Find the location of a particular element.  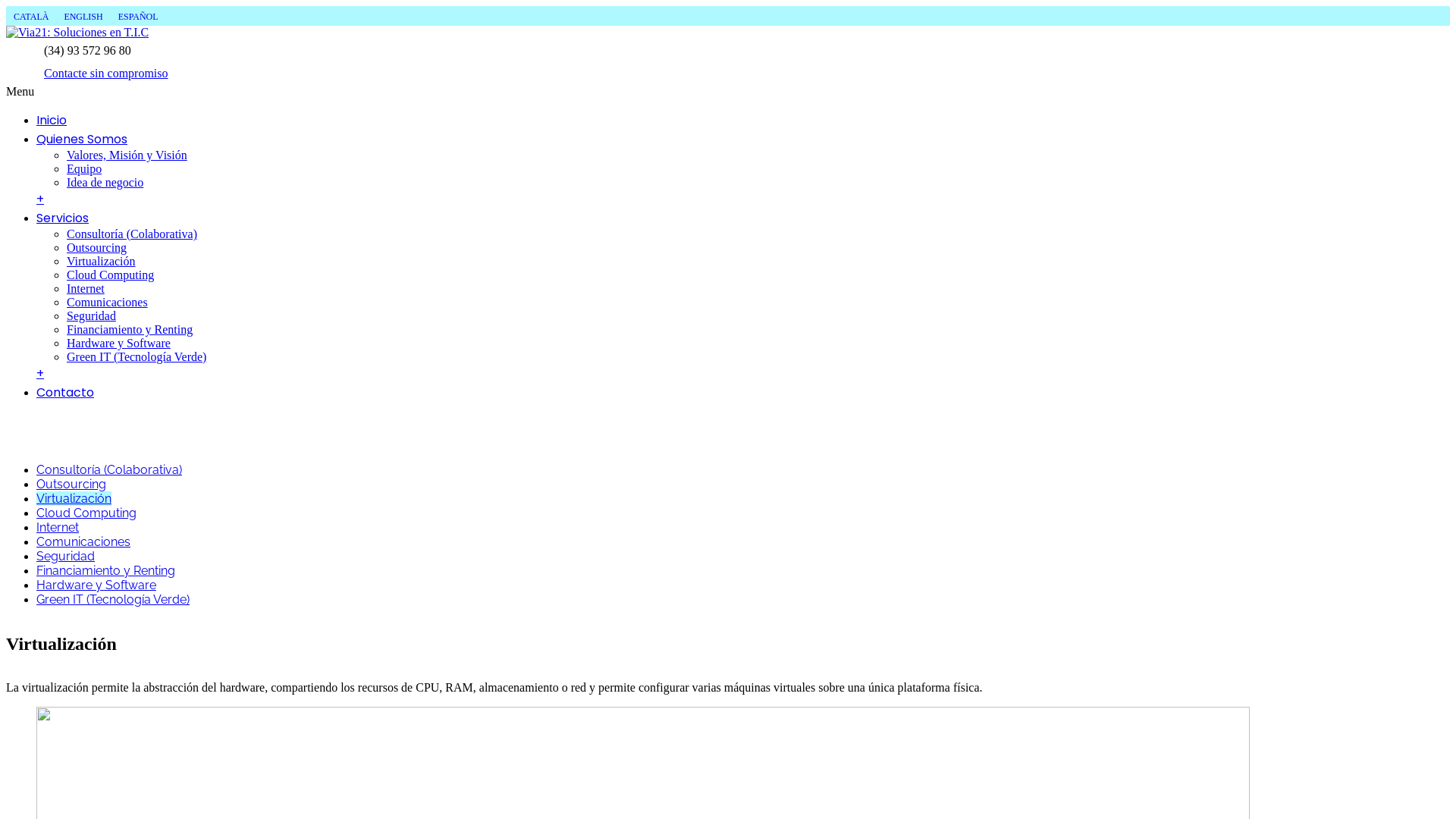

'Servicios' is located at coordinates (36, 218).